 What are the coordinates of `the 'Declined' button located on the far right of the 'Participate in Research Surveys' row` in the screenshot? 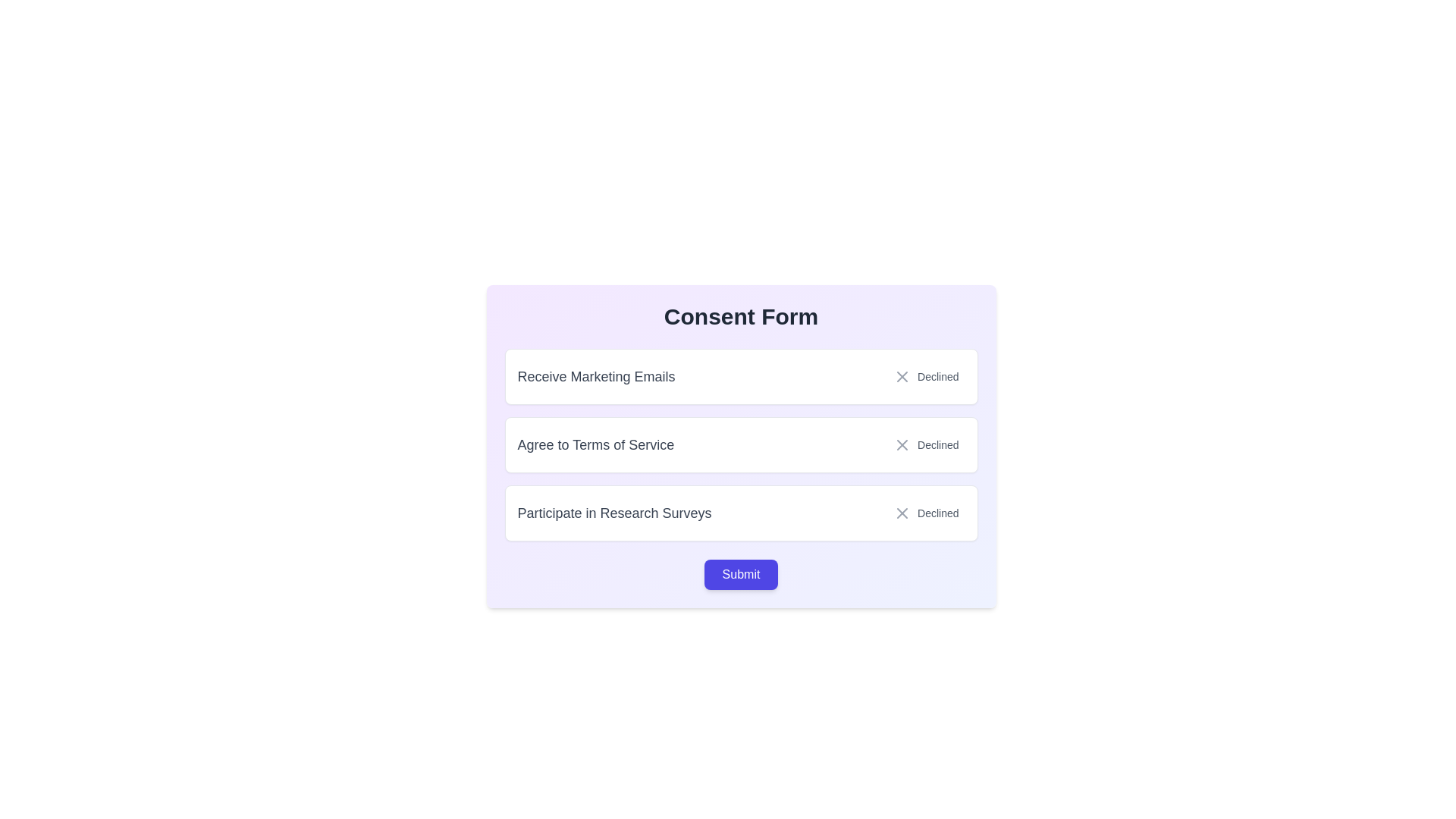 It's located at (925, 513).